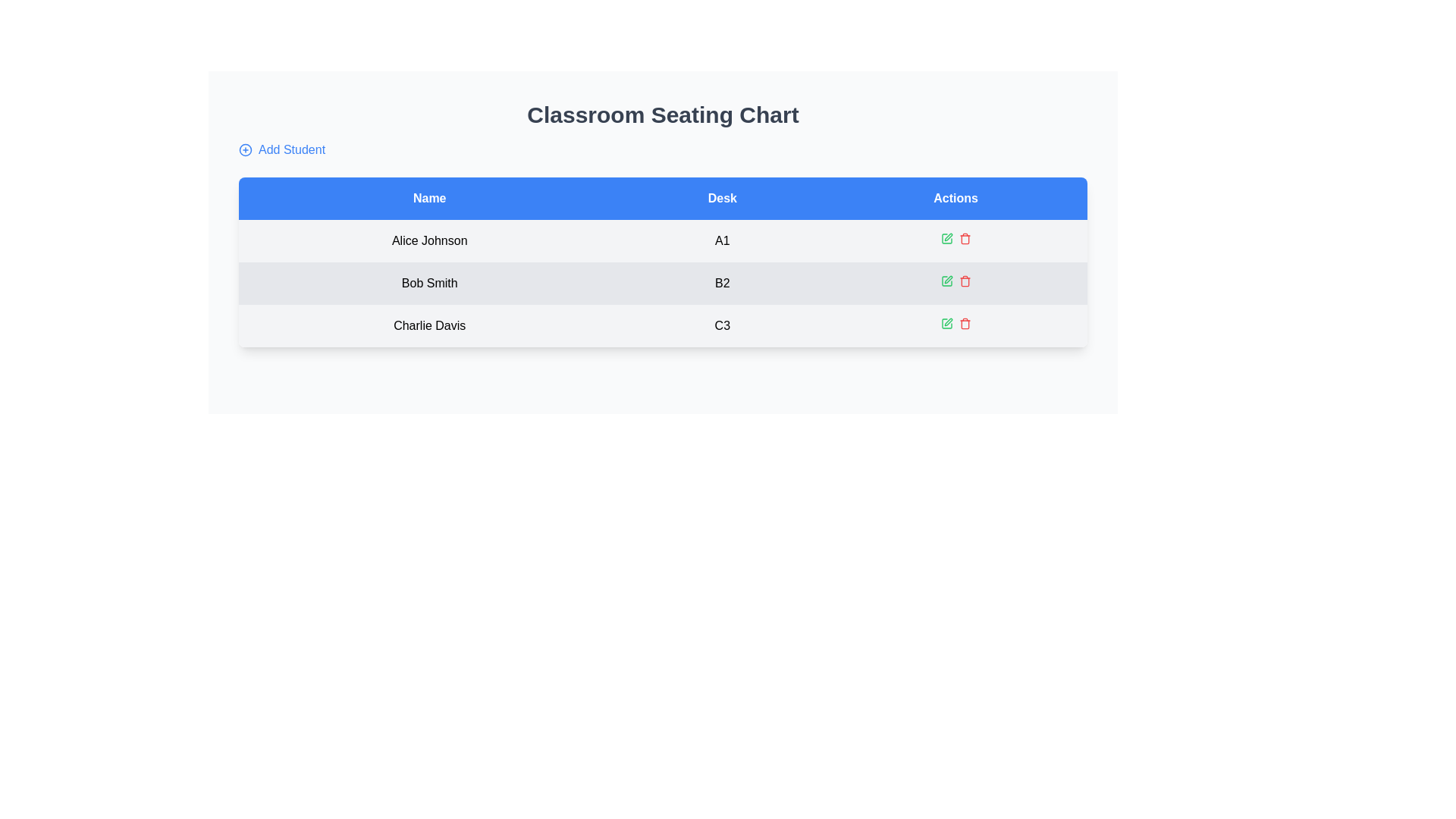 The width and height of the screenshot is (1456, 819). Describe the element at coordinates (955, 198) in the screenshot. I see `the rightmost header of the table that indicates actions related to the rows, located immediately to the right of the 'Desk' header` at that location.